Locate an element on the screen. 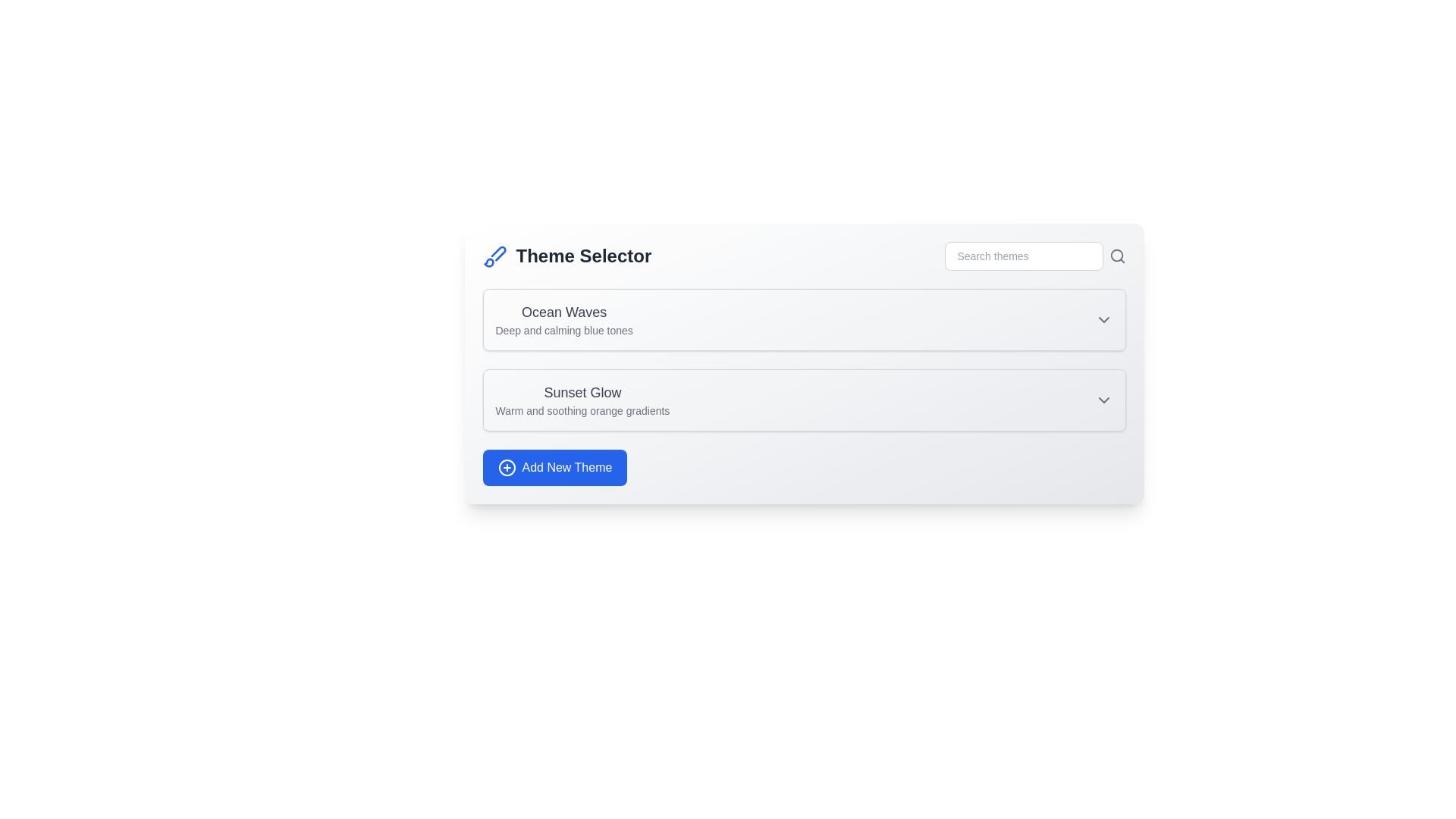 Image resolution: width=1456 pixels, height=819 pixels. the static text label for the theme option 'Sunset Glow', which serves as the title for this theme in the 'Theme Selector' interface is located at coordinates (582, 391).